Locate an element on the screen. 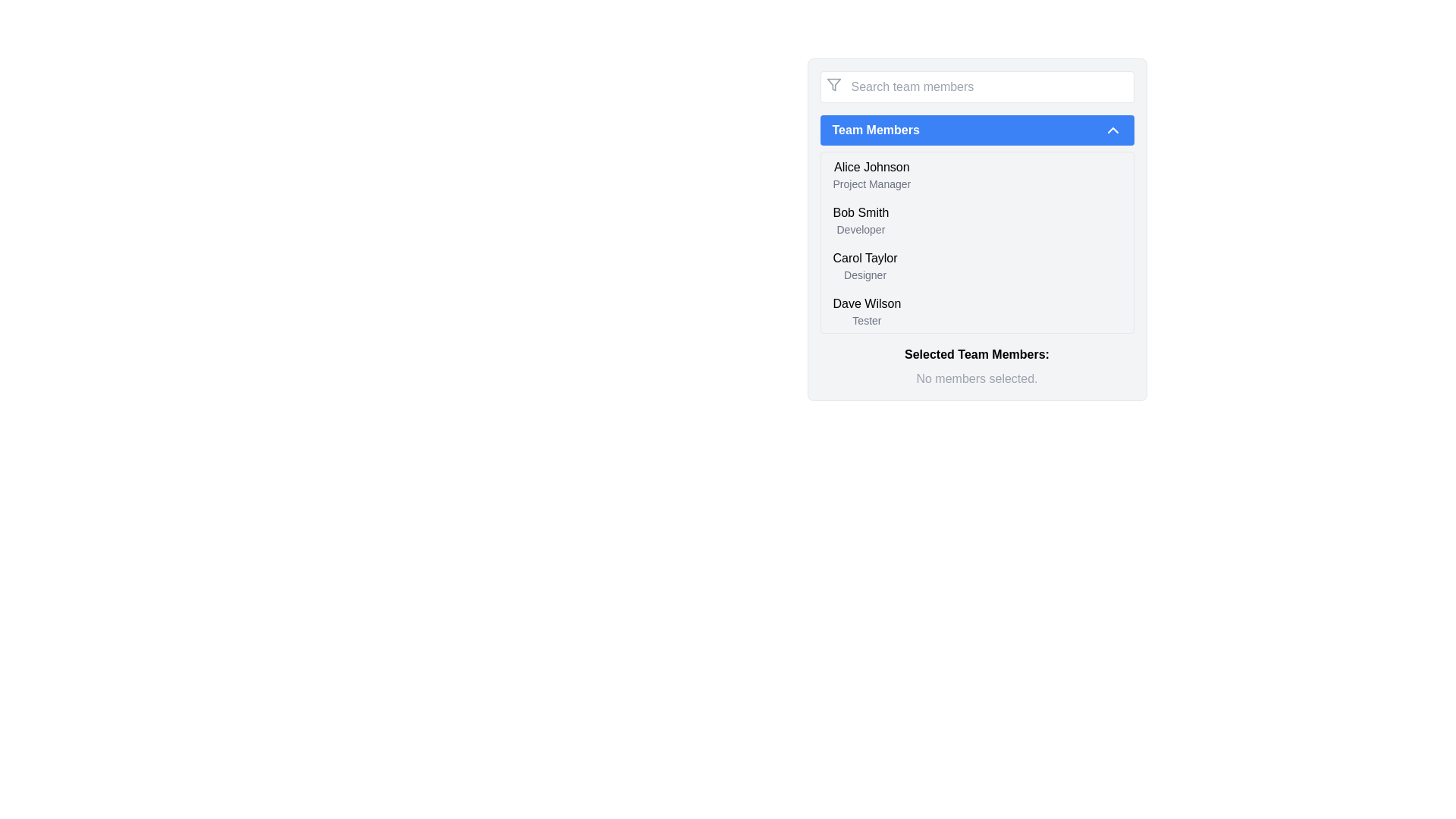 The height and width of the screenshot is (819, 1456). the text label displaying 'Dave Wilson' and 'Tester' is located at coordinates (867, 311).